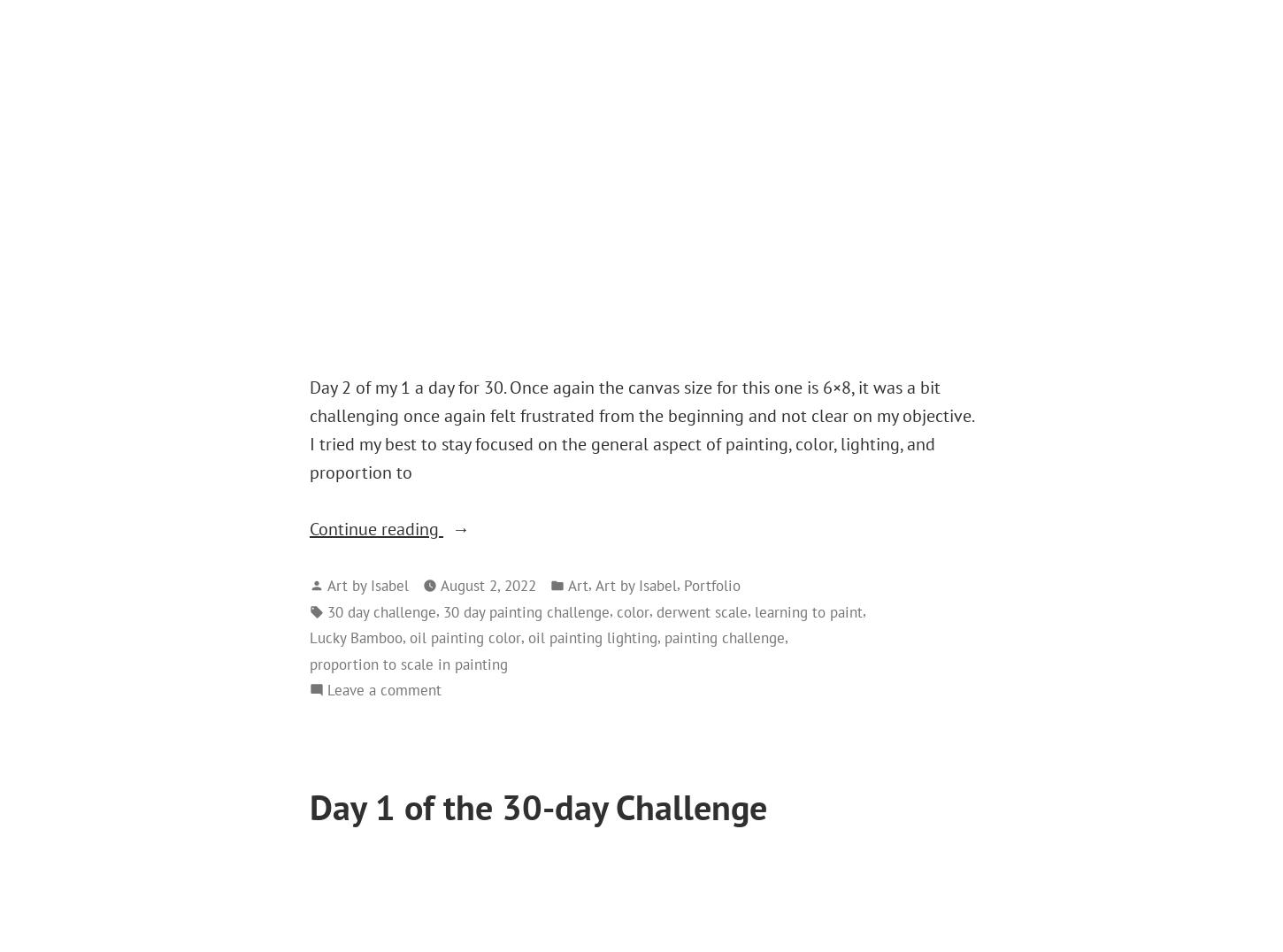 Image resolution: width=1283 pixels, height=952 pixels. I want to click on 'oil painting lighting', so click(592, 636).